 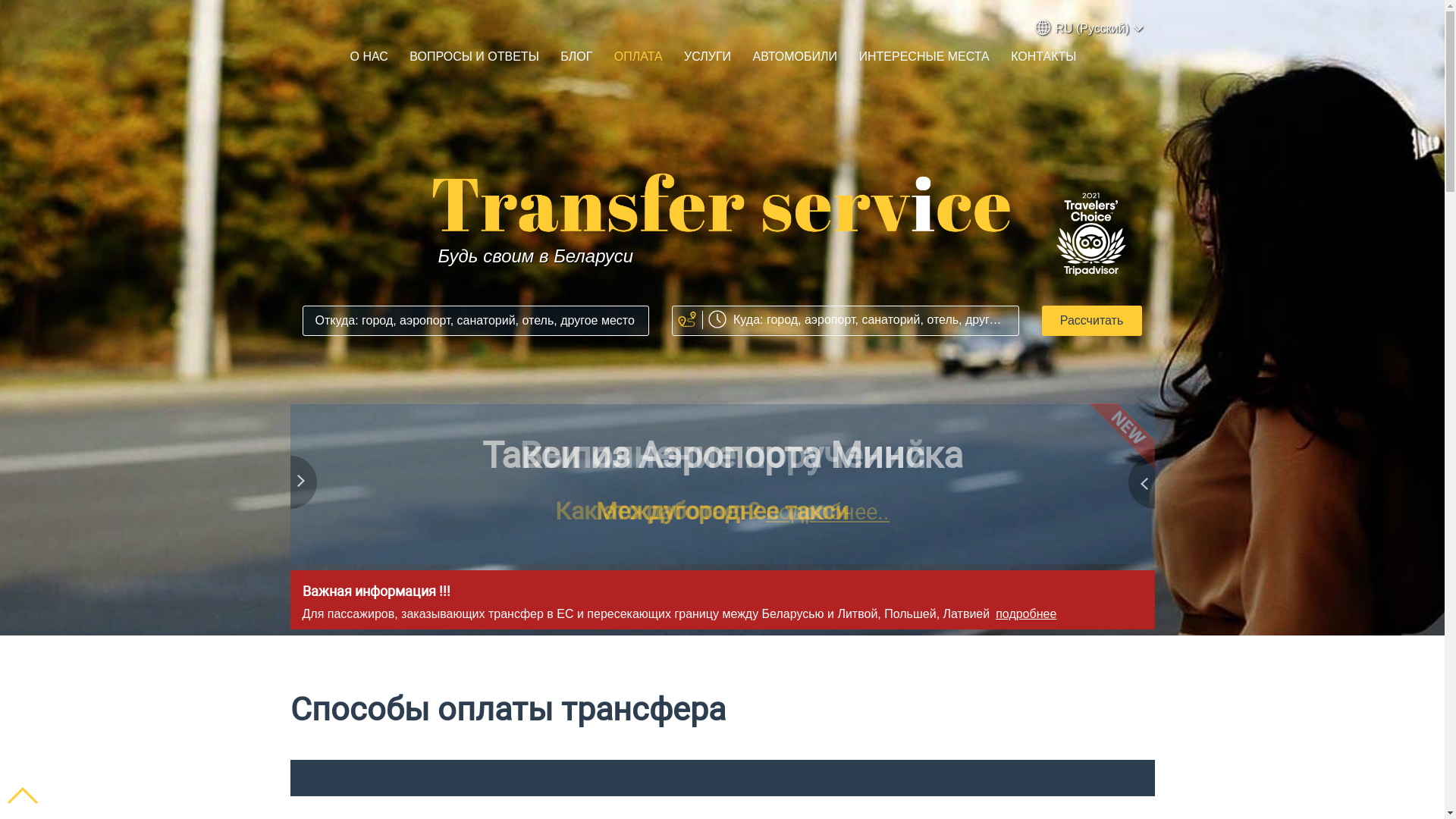 I want to click on 'Next', so click(x=1124, y=485).